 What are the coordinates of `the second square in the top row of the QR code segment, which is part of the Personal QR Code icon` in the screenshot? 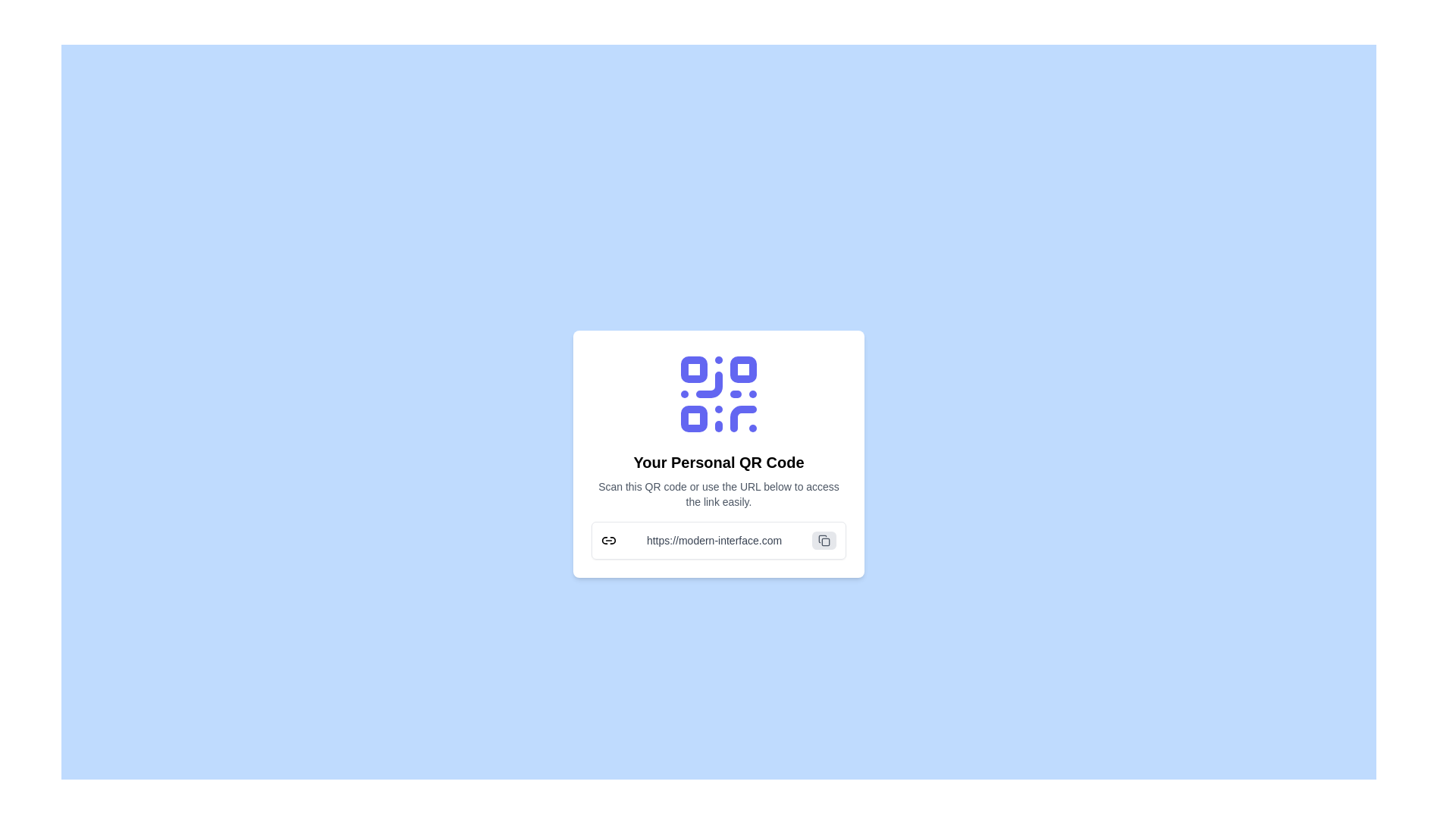 It's located at (743, 369).